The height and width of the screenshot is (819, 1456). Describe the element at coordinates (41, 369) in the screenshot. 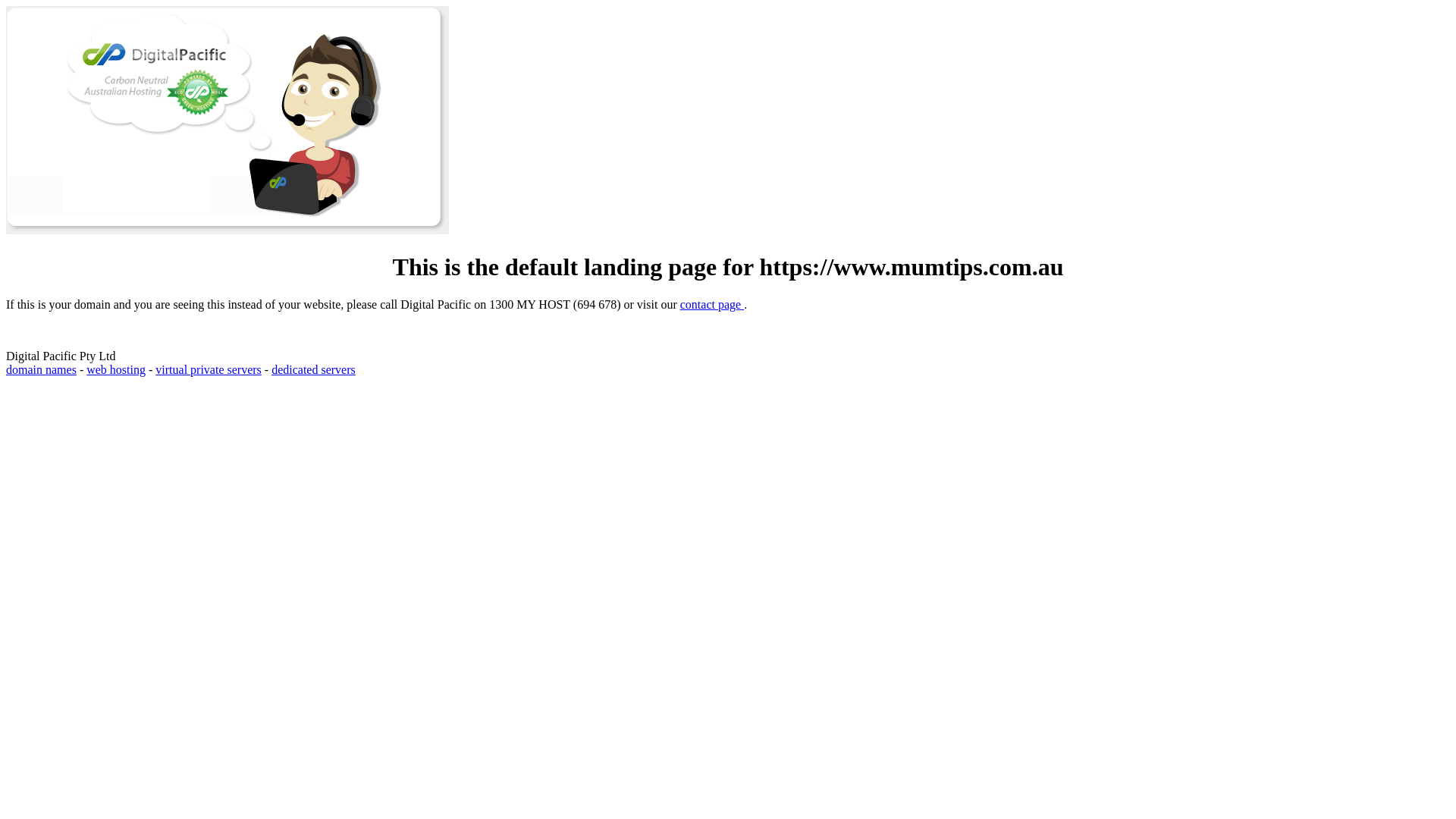

I see `'domain names'` at that location.